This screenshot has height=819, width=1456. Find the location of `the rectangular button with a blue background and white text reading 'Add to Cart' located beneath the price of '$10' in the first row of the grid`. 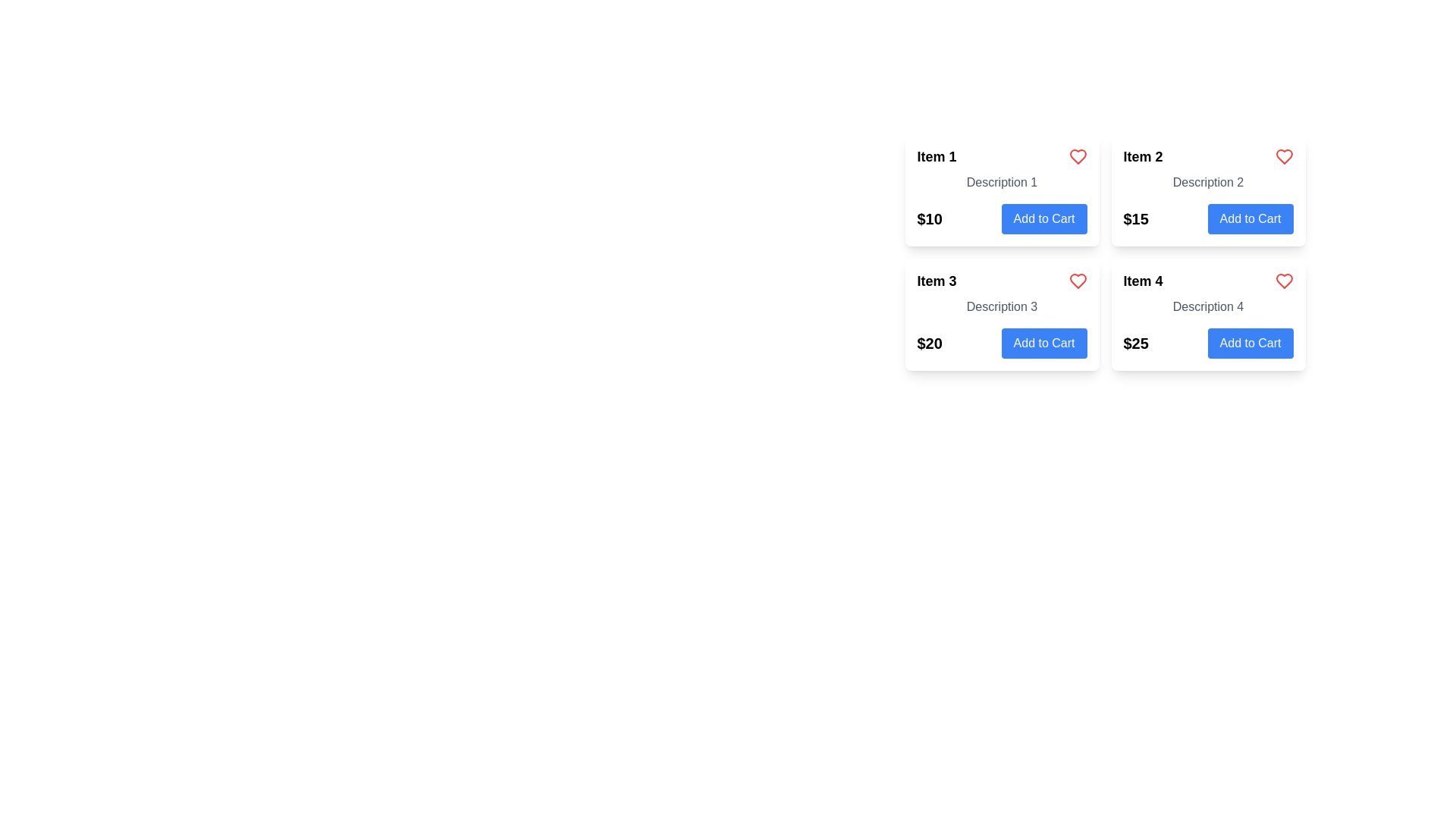

the rectangular button with a blue background and white text reading 'Add to Cart' located beneath the price of '$10' in the first row of the grid is located at coordinates (1043, 219).